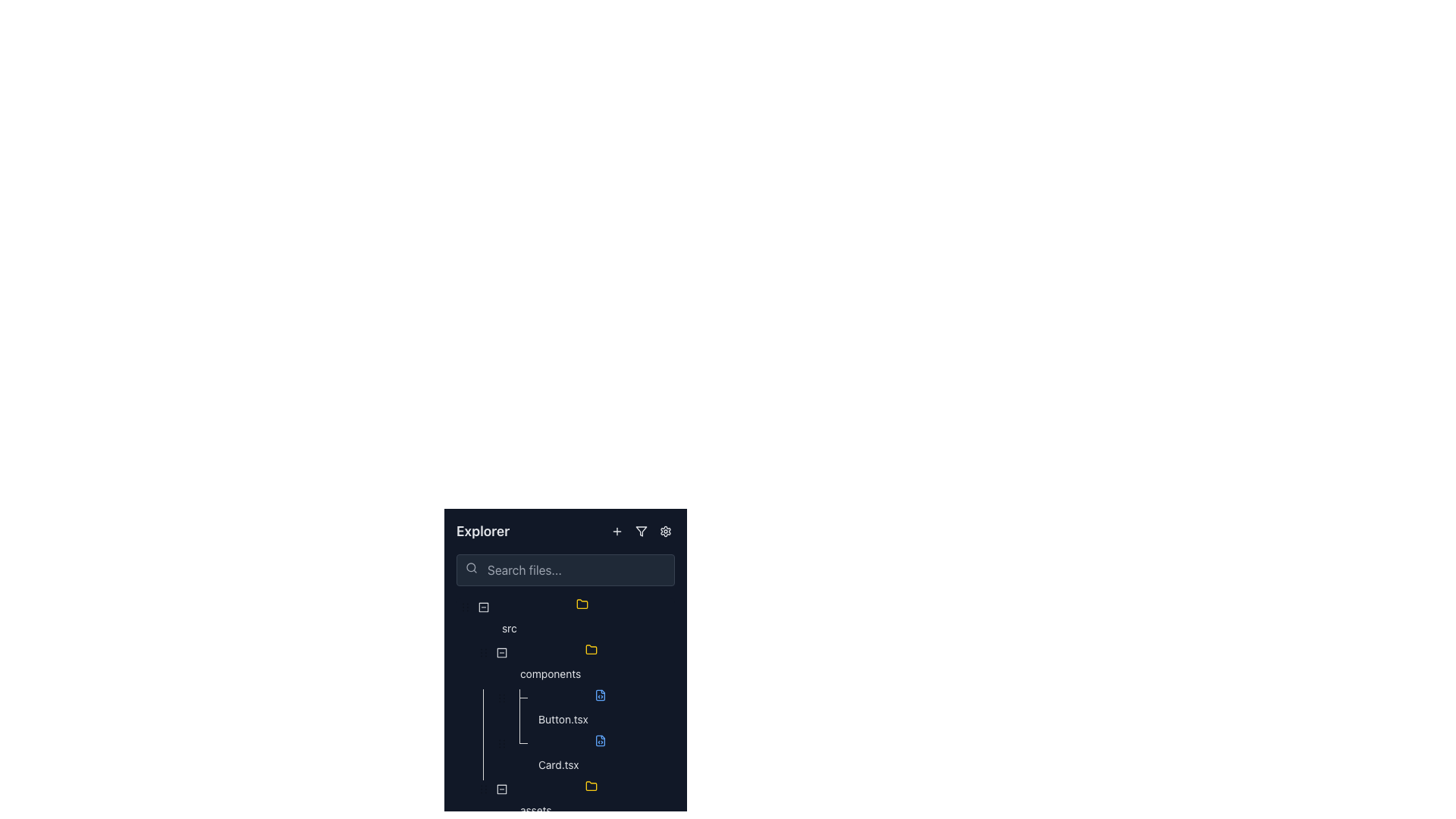  Describe the element at coordinates (562, 718) in the screenshot. I see `on the 'Button.tsx' file item label in the file tree browser` at that location.